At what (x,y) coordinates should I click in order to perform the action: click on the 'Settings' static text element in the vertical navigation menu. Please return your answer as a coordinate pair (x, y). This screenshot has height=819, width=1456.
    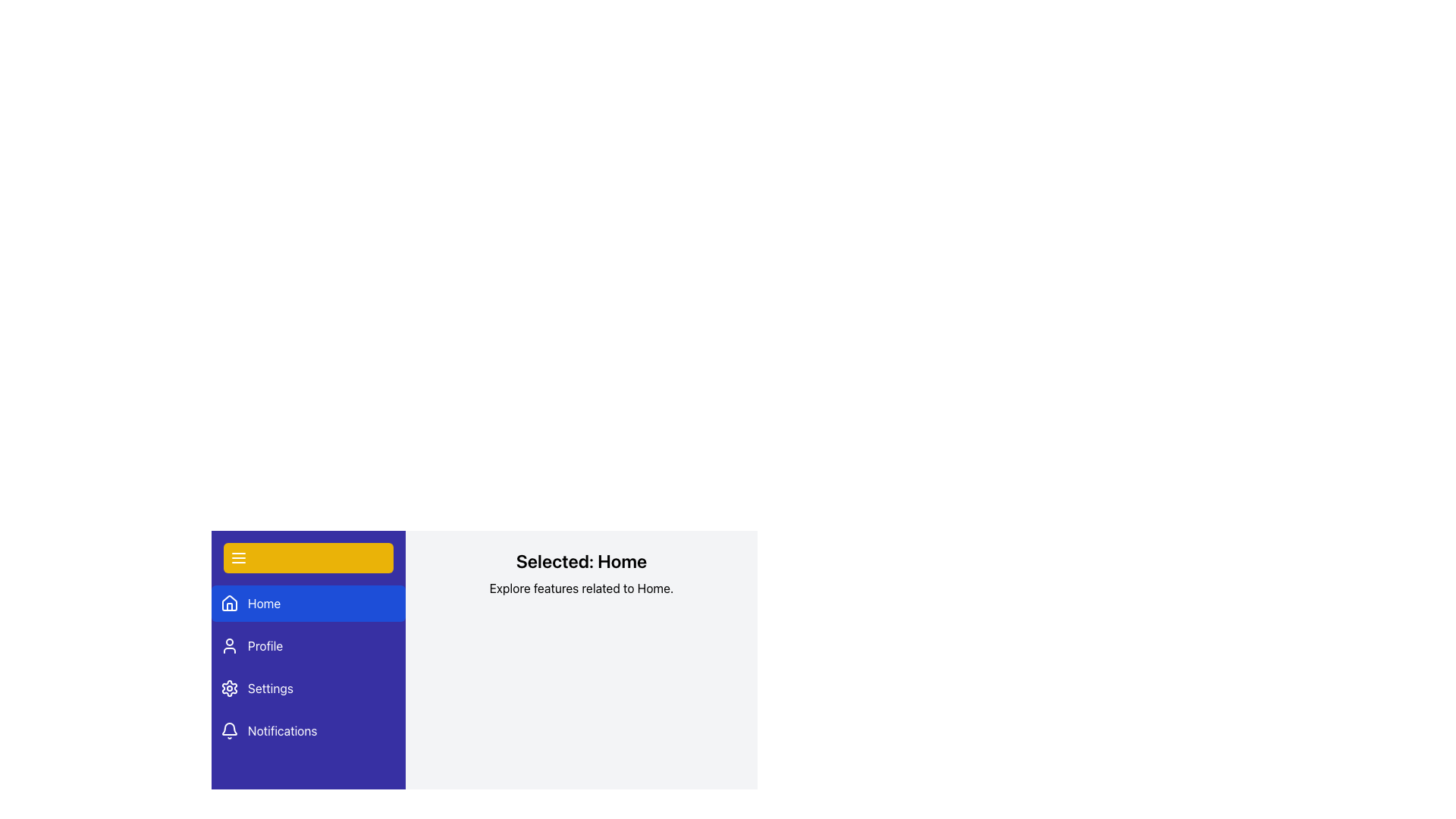
    Looking at the image, I should click on (270, 688).